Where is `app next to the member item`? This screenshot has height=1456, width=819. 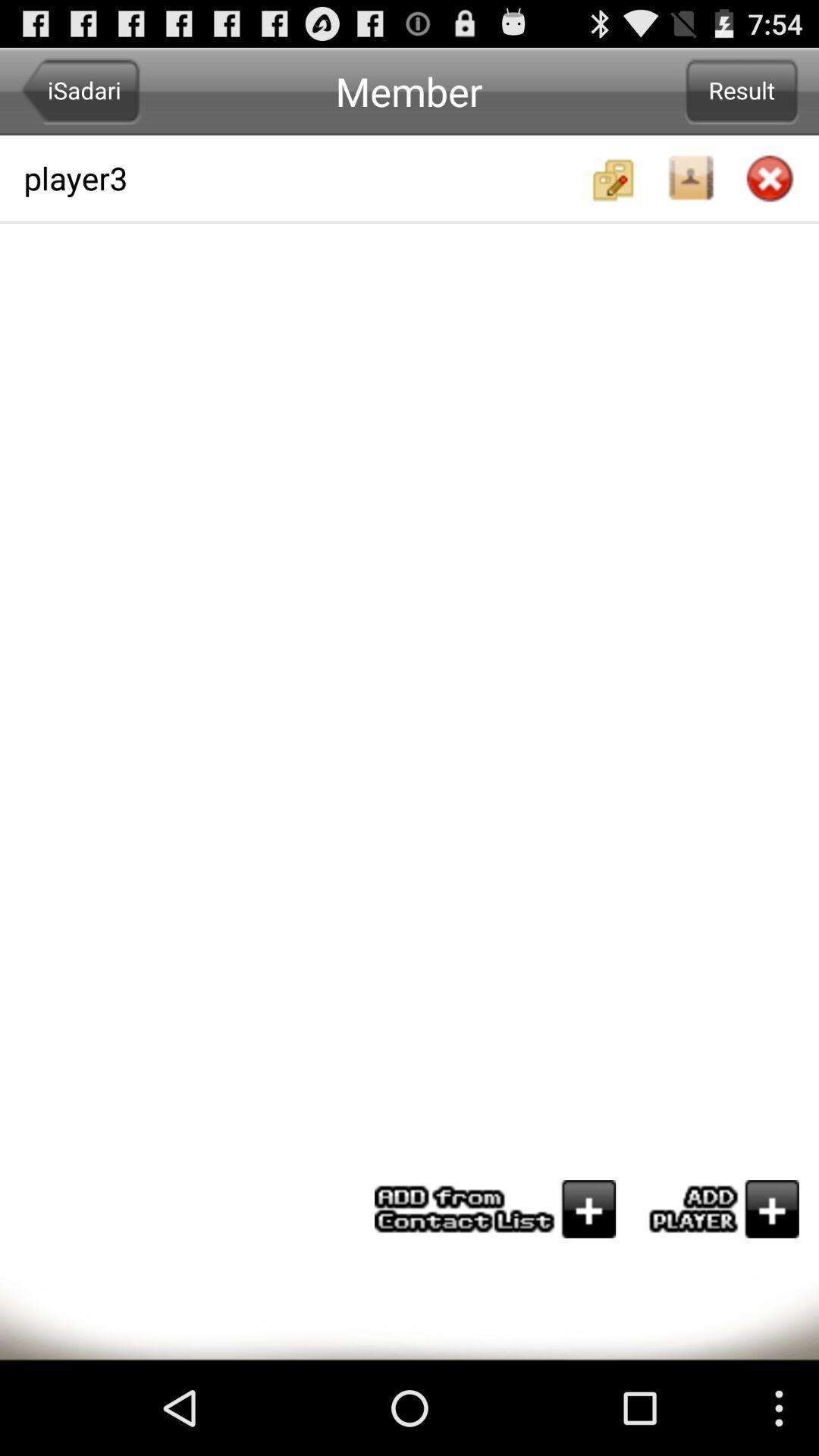 app next to the member item is located at coordinates (80, 90).